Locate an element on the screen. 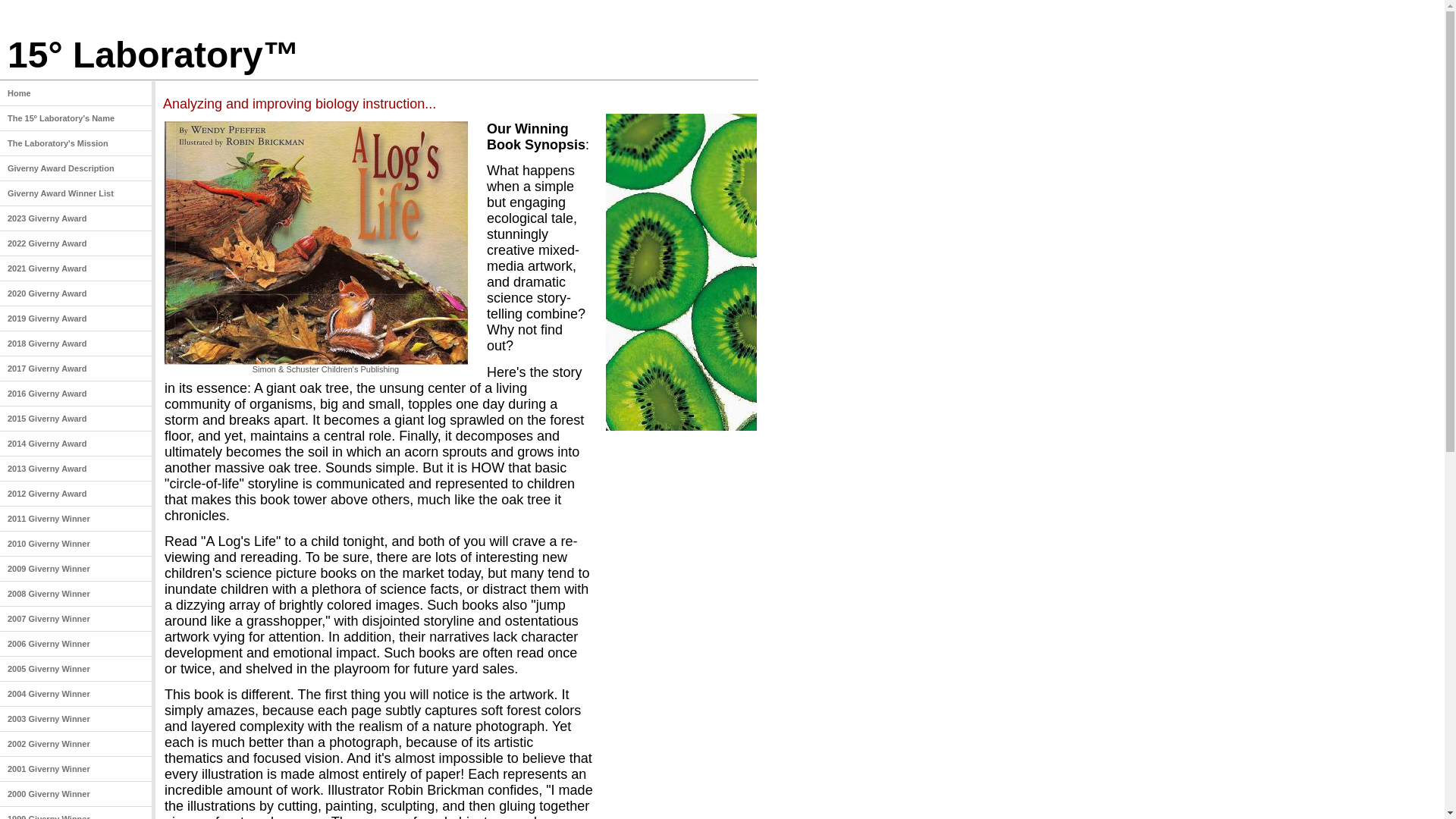  '2011 Giverny Winner' is located at coordinates (75, 518).